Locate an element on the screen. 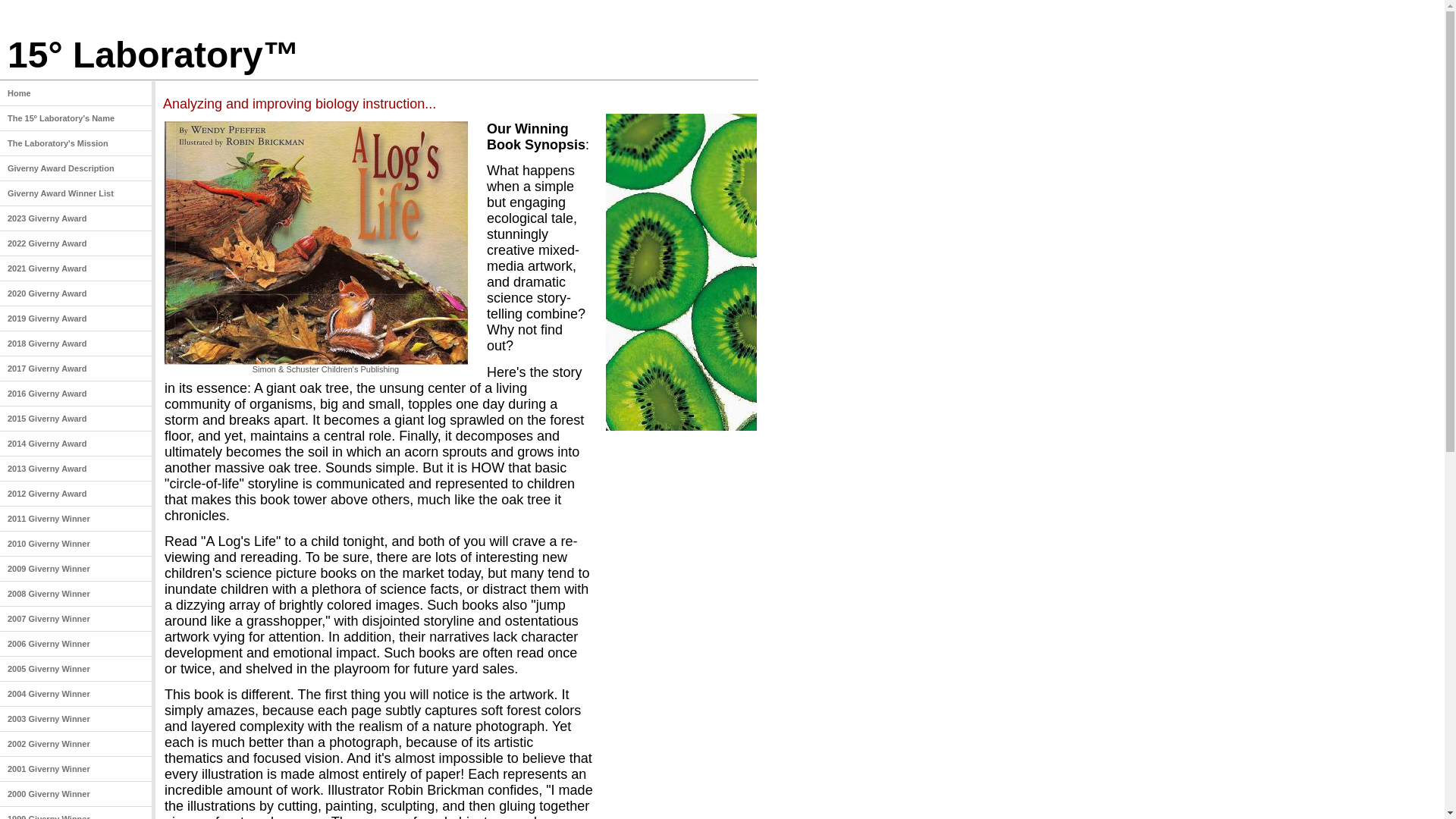  '2011 Giverny Winner' is located at coordinates (75, 518).